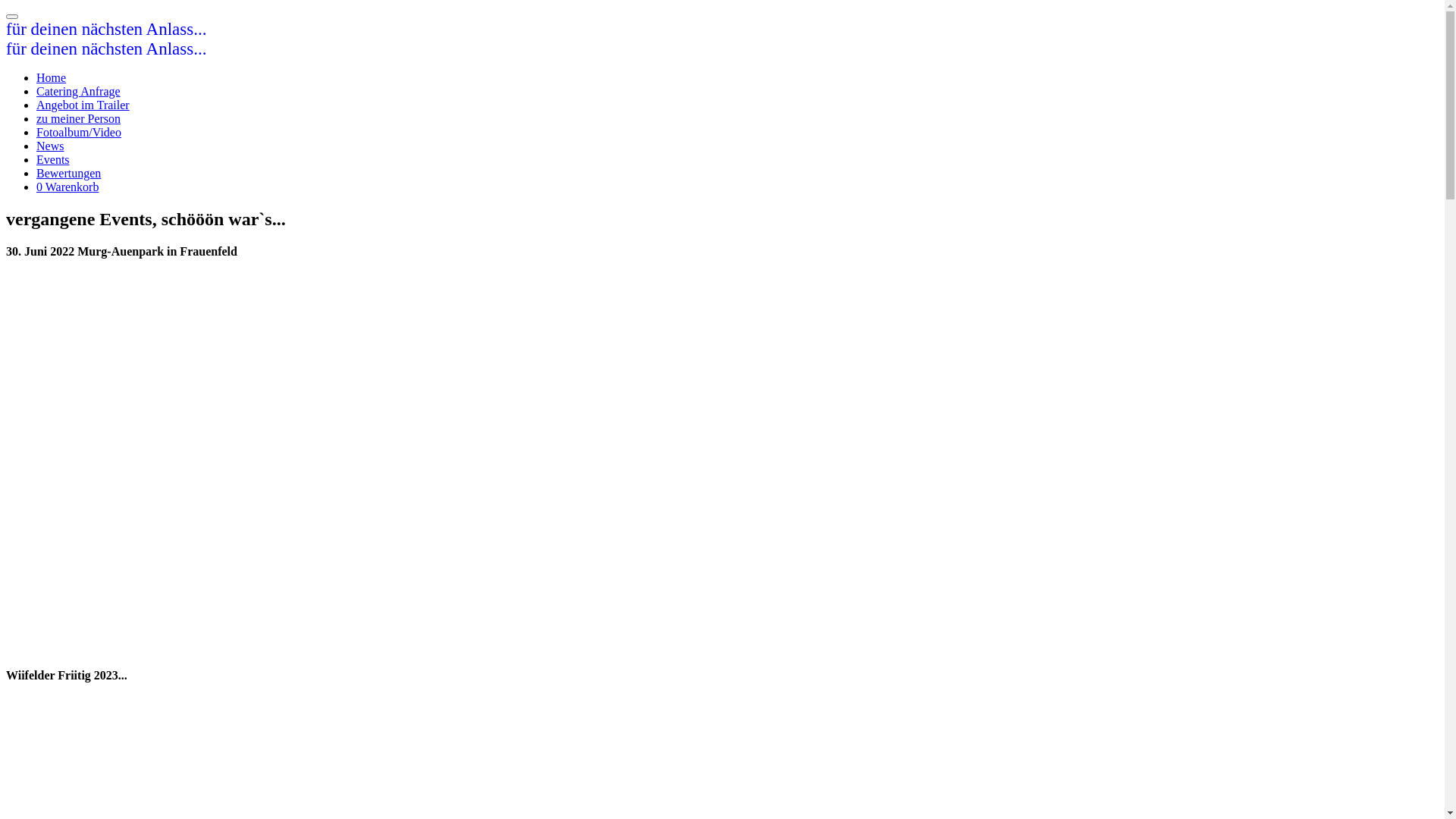  Describe the element at coordinates (36, 77) in the screenshot. I see `'Home'` at that location.